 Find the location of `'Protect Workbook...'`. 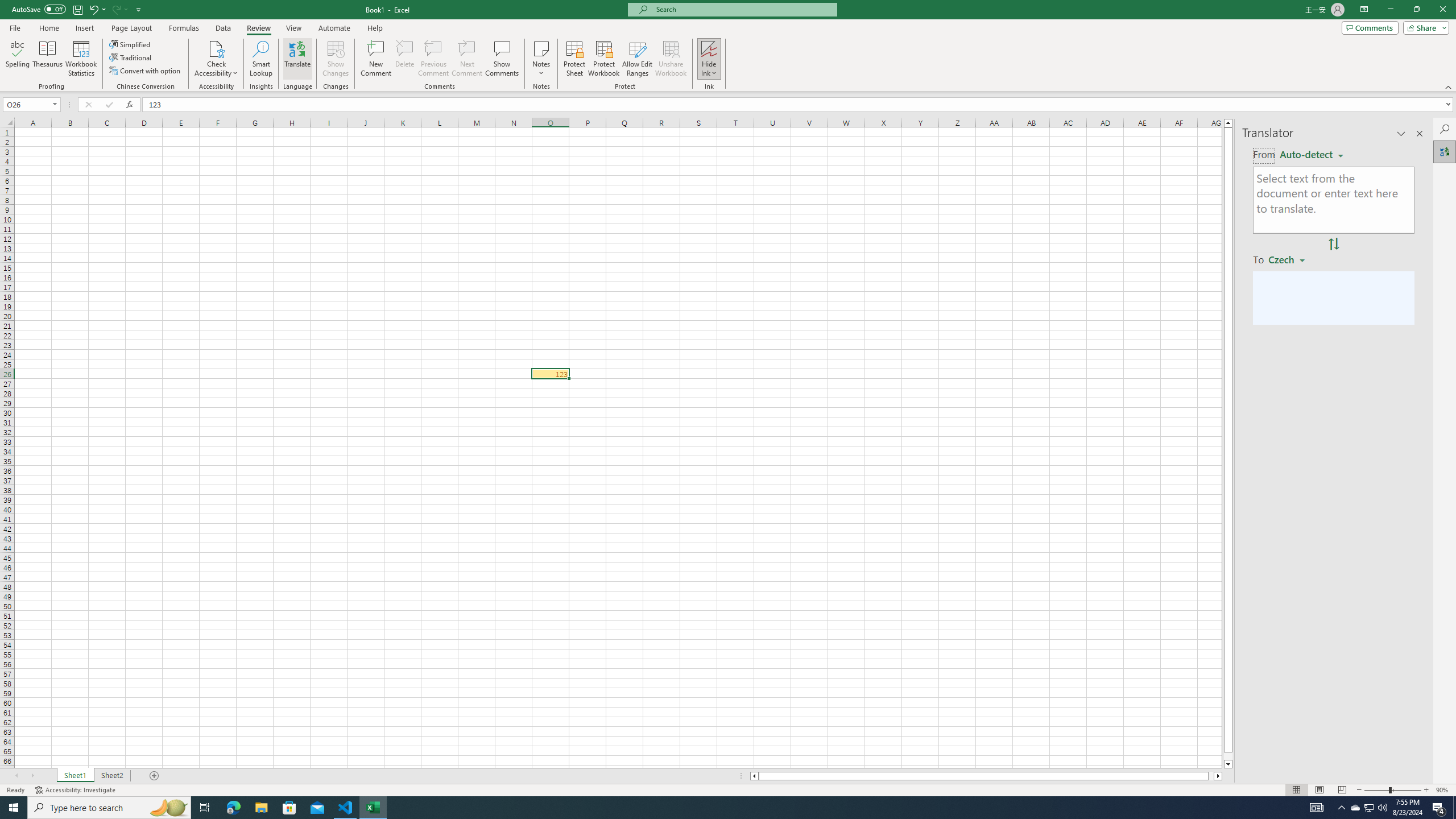

'Protect Workbook...' is located at coordinates (603, 59).